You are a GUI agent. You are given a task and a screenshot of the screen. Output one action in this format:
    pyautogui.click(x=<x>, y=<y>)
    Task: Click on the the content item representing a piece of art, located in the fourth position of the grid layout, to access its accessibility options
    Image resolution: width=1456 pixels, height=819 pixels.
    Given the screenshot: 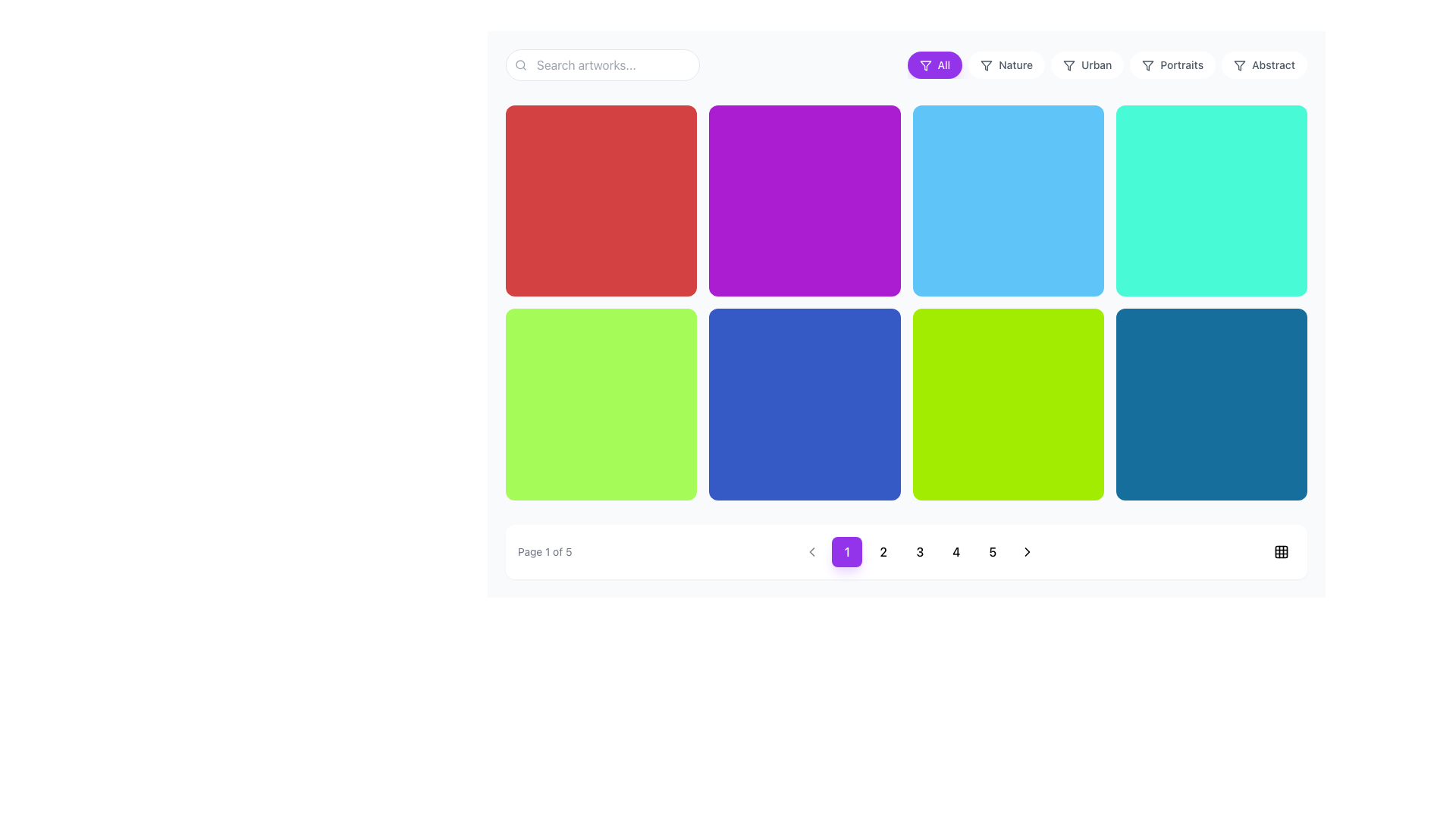 What is the action you would take?
    pyautogui.click(x=1210, y=200)
    